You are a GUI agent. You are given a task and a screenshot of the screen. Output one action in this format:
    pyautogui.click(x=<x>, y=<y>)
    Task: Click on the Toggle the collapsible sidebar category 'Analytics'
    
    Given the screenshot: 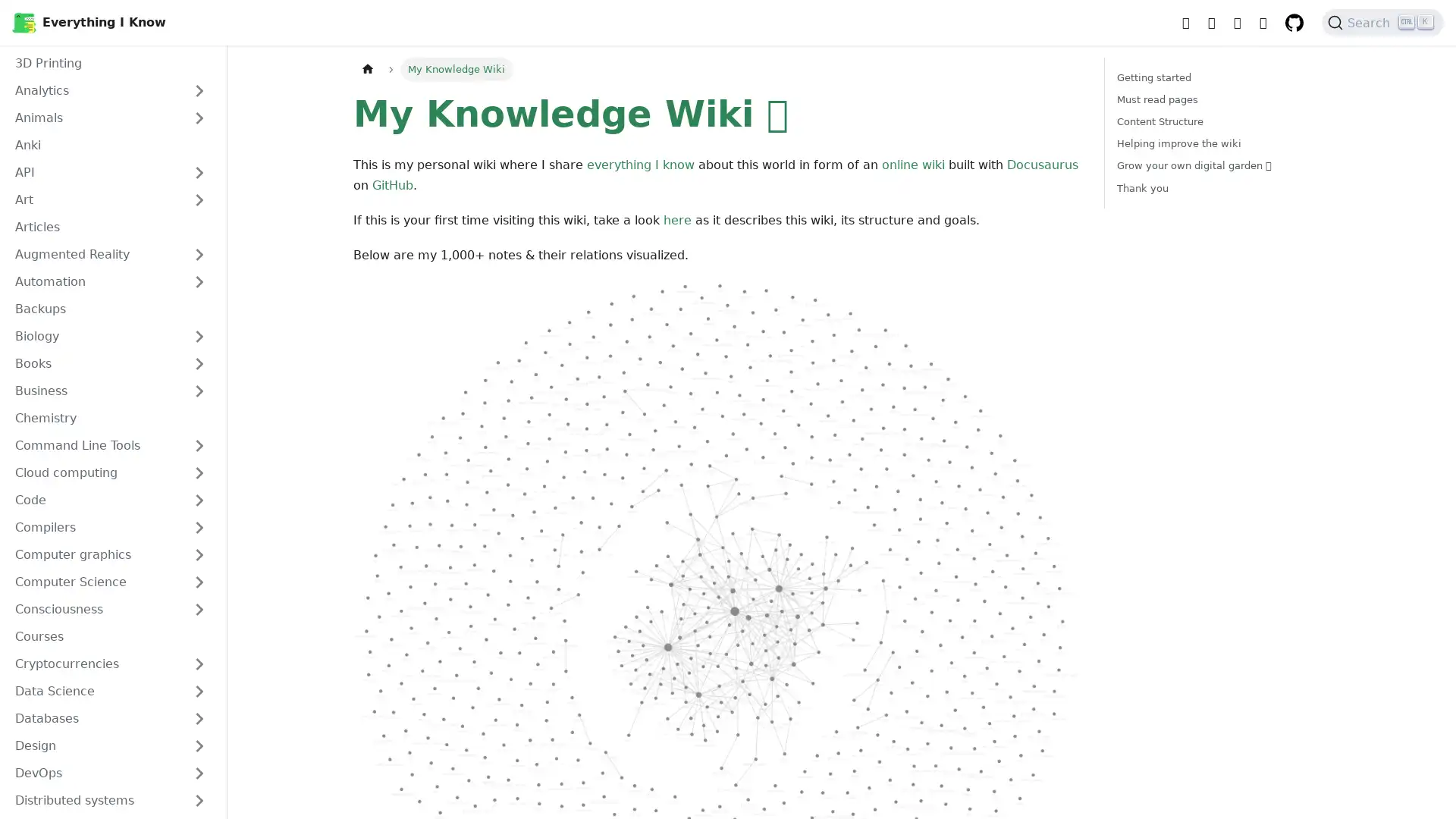 What is the action you would take?
    pyautogui.click(x=199, y=90)
    